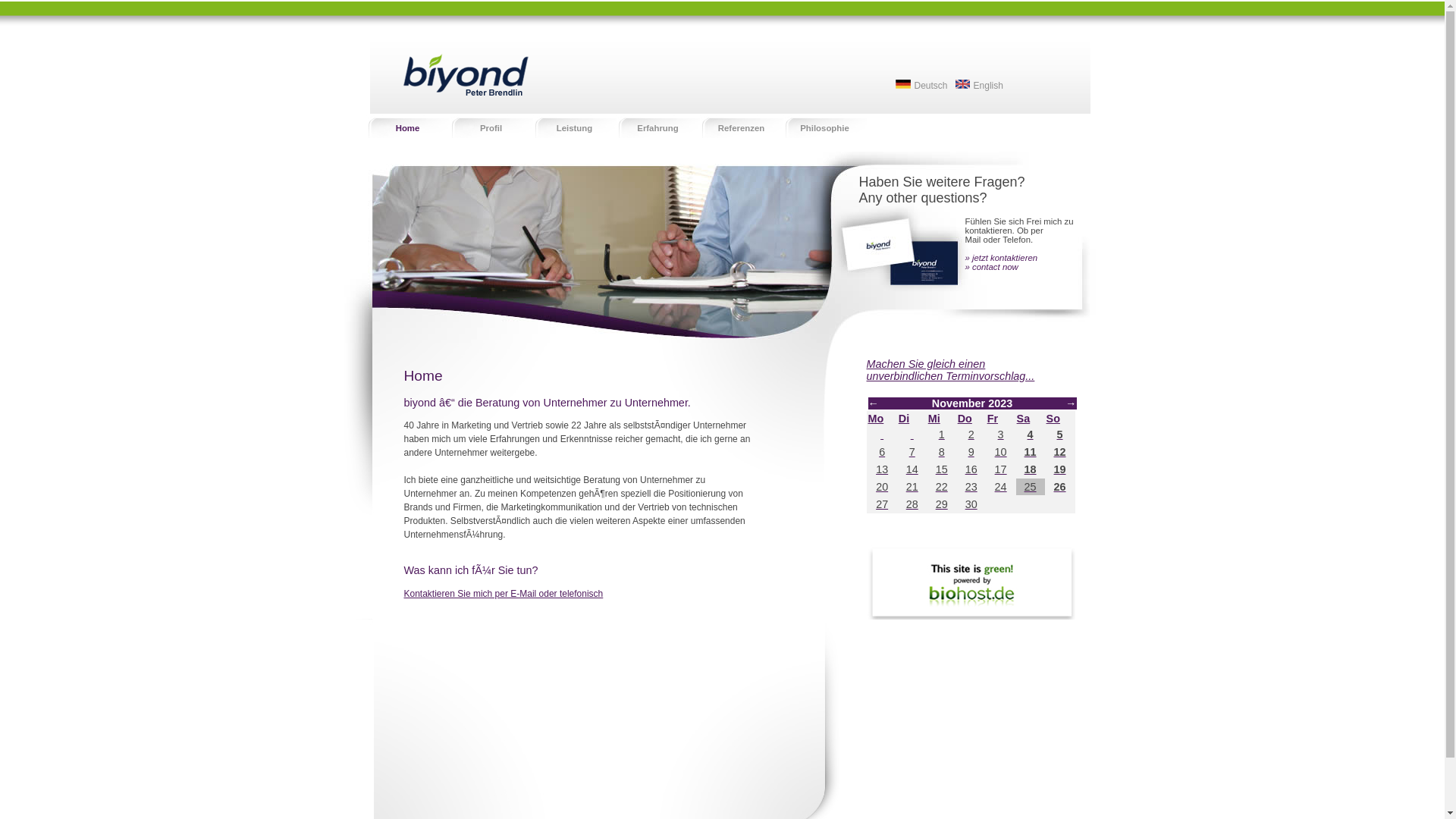 This screenshot has width=1456, height=819. I want to click on '25', so click(1030, 486).